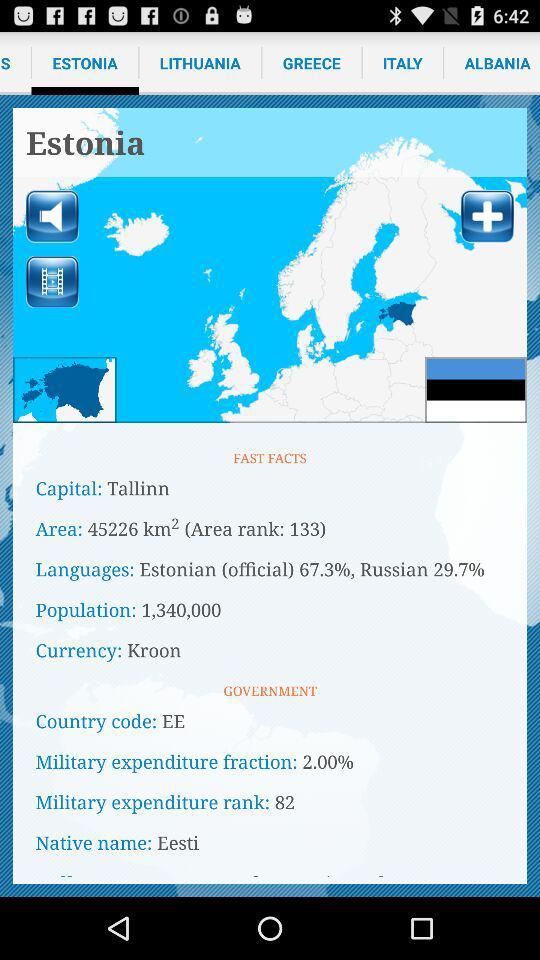 Image resolution: width=540 pixels, height=960 pixels. What do you see at coordinates (475, 388) in the screenshot?
I see `flag icon` at bounding box center [475, 388].